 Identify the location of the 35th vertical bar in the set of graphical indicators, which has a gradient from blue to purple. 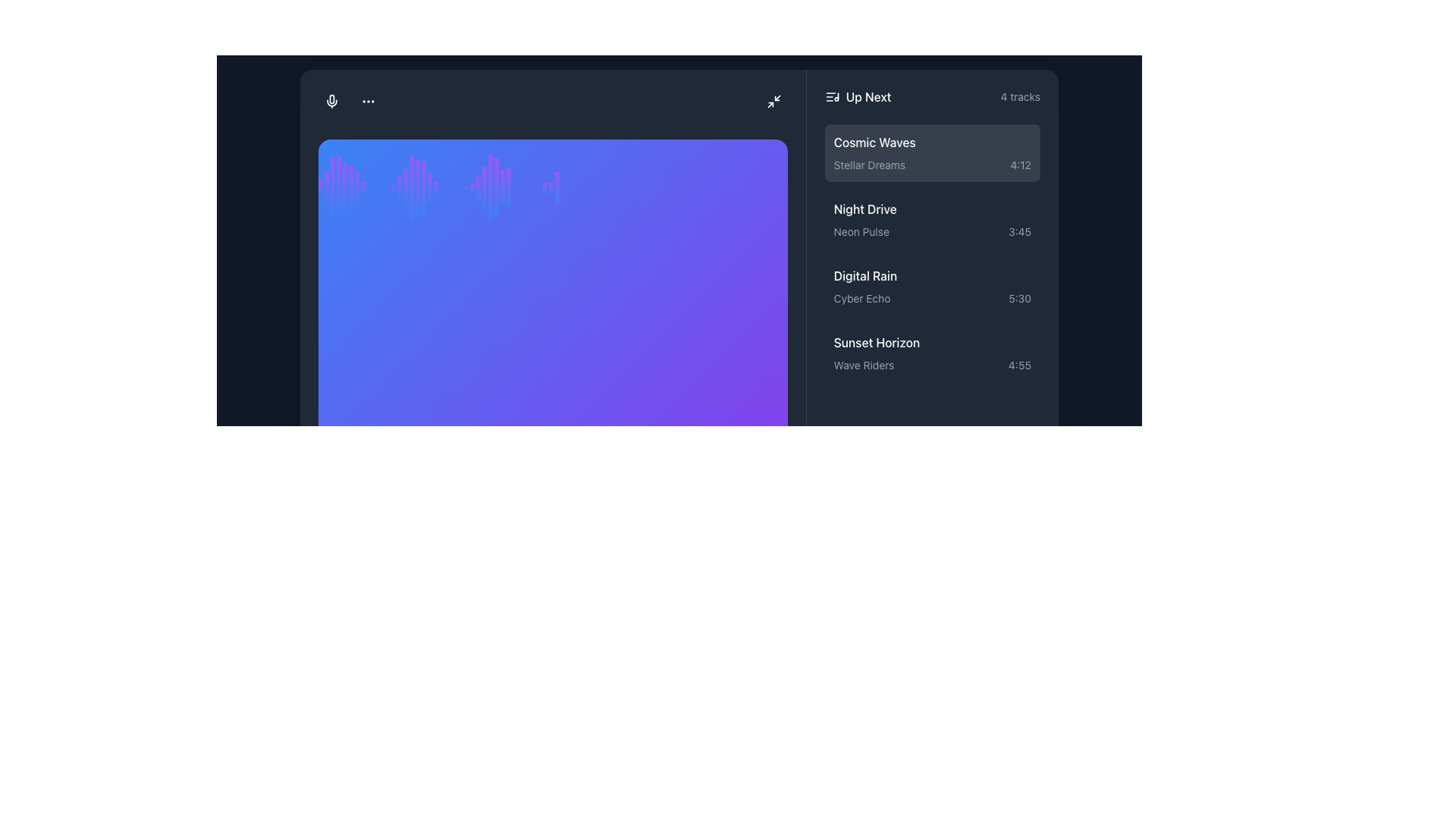
(550, 186).